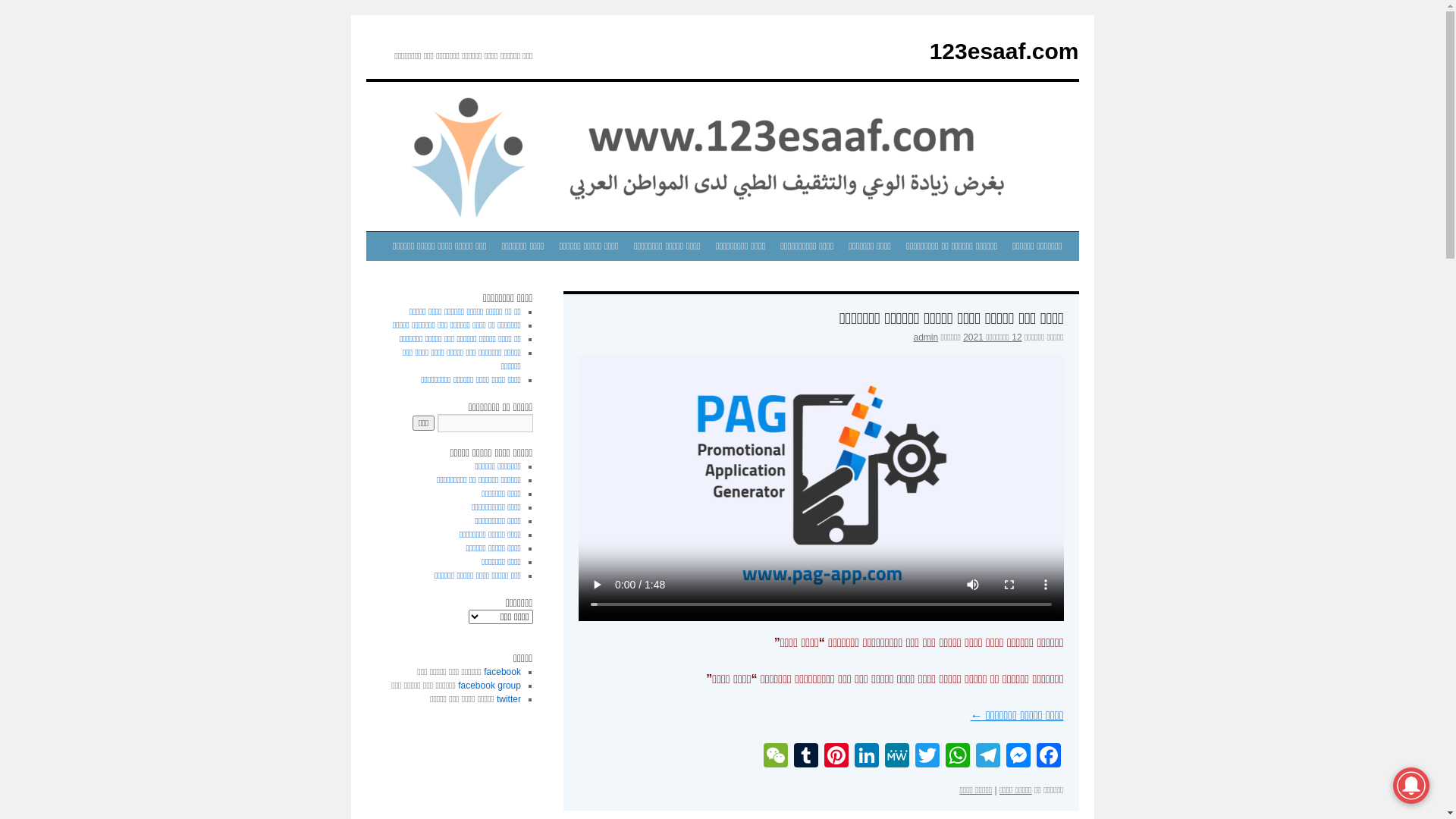  Describe the element at coordinates (928, 50) in the screenshot. I see `'123esaaf.com'` at that location.